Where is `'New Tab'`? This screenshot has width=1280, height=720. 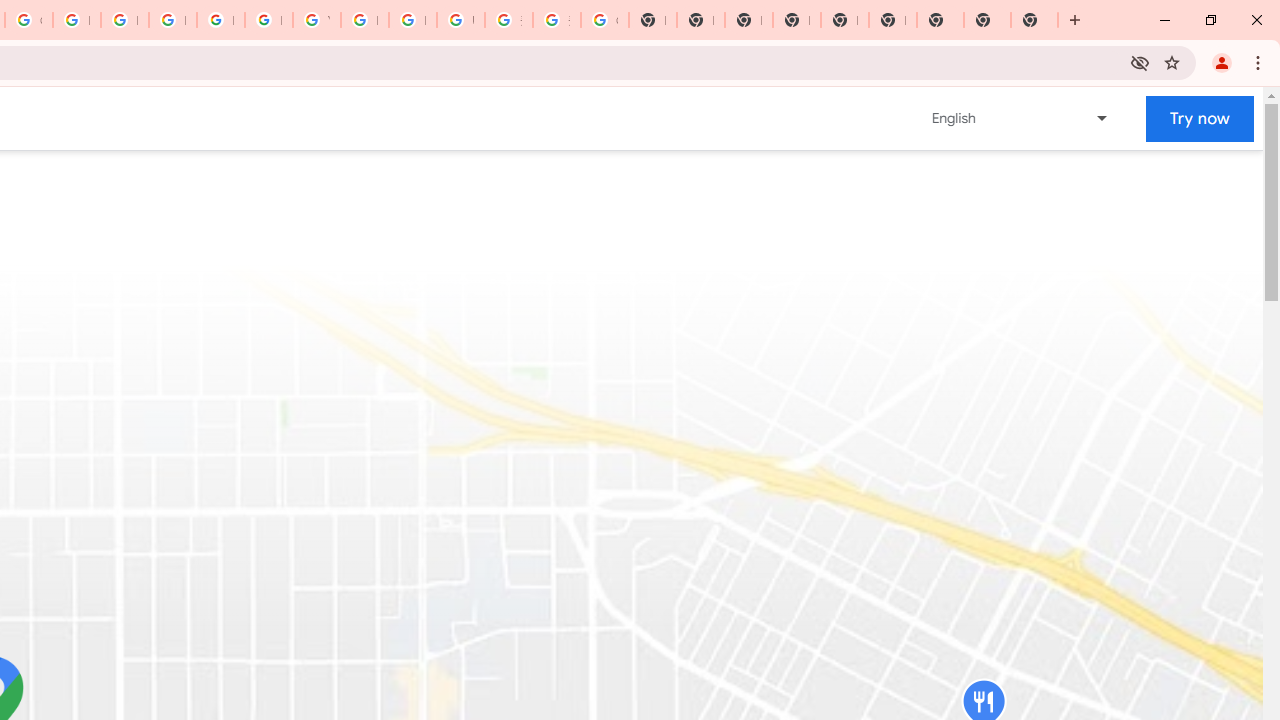 'New Tab' is located at coordinates (1034, 20).